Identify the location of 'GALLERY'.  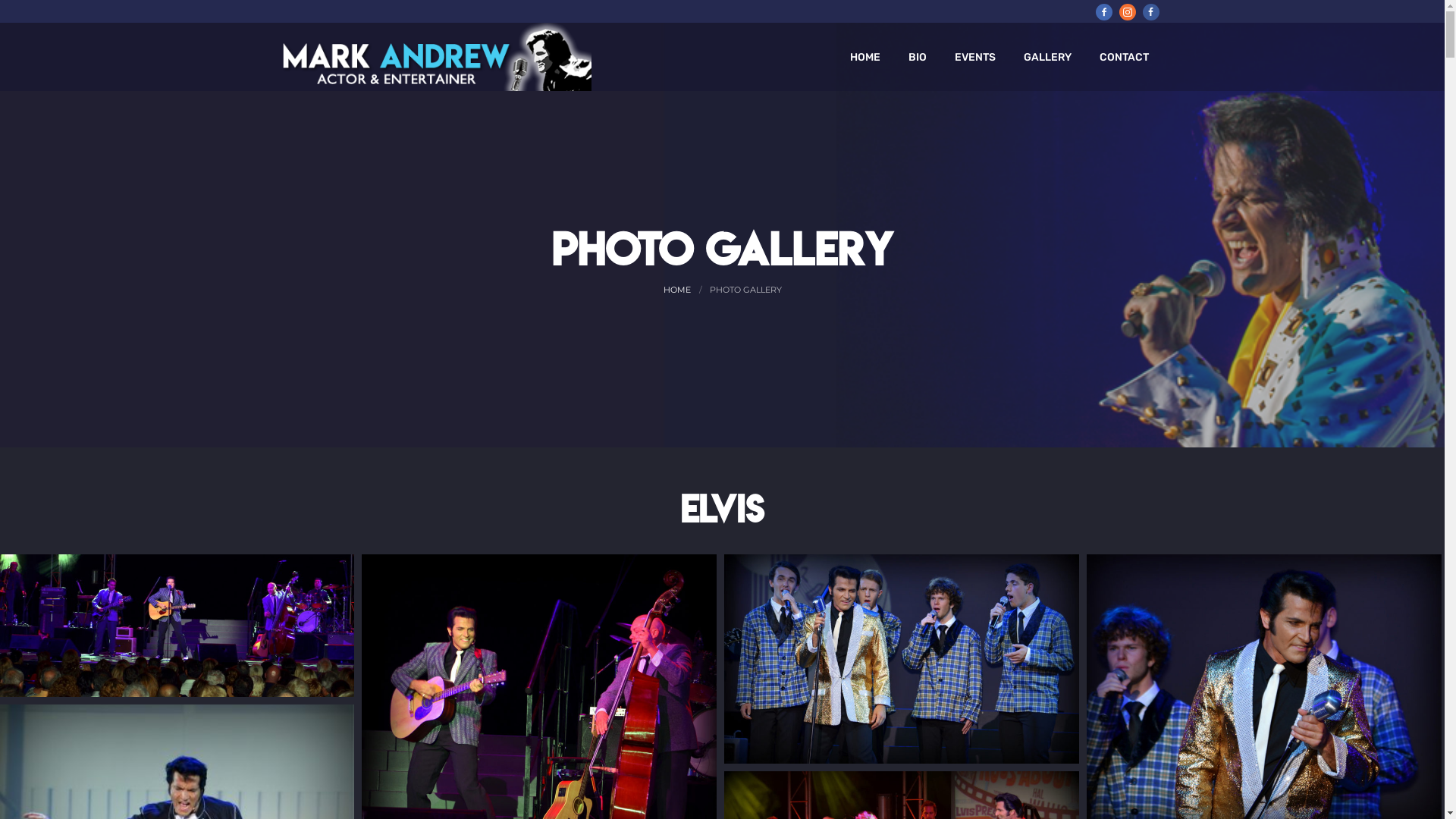
(1046, 55).